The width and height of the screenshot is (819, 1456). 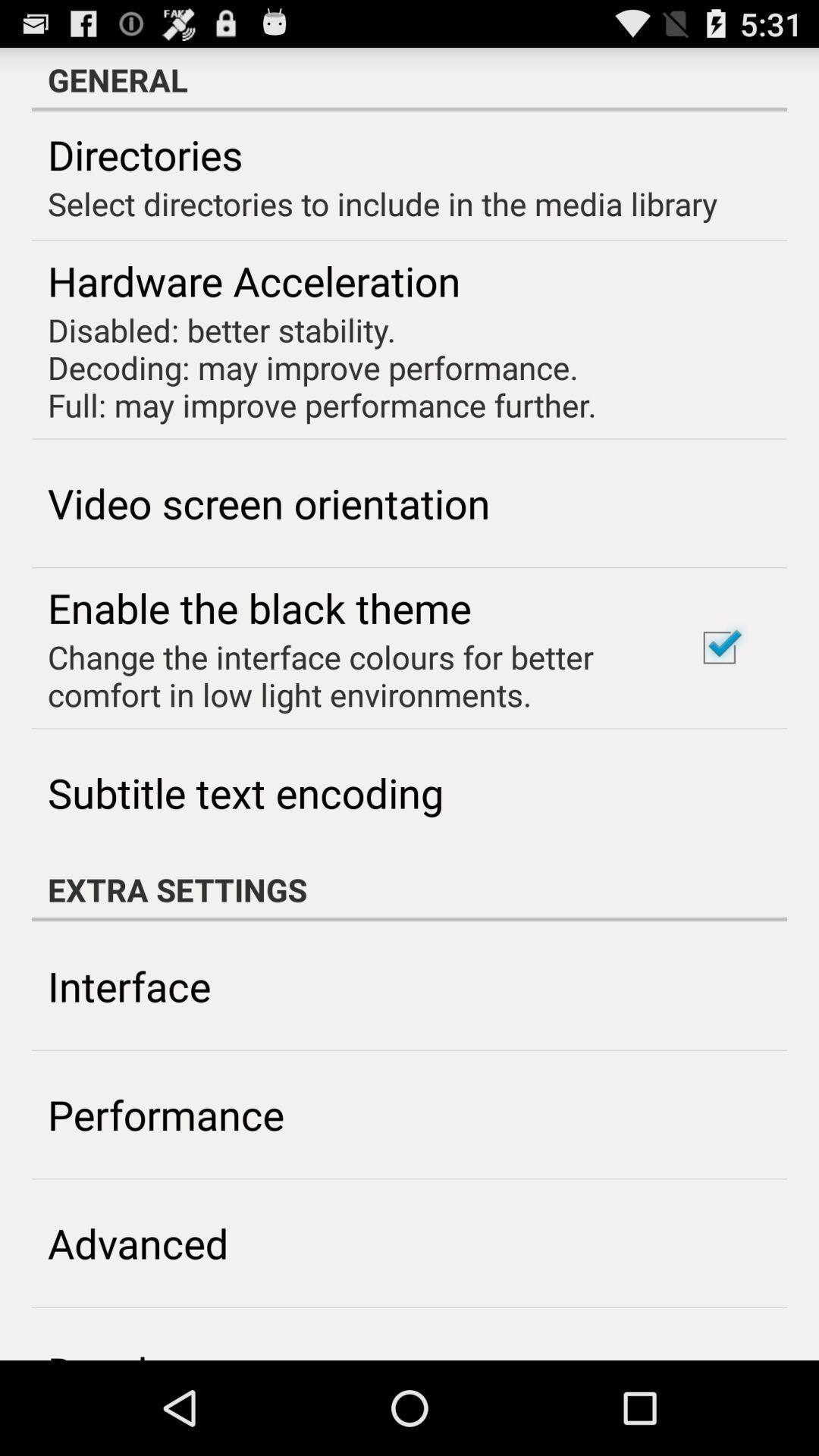 I want to click on the app below the video screen orientation item, so click(x=259, y=607).